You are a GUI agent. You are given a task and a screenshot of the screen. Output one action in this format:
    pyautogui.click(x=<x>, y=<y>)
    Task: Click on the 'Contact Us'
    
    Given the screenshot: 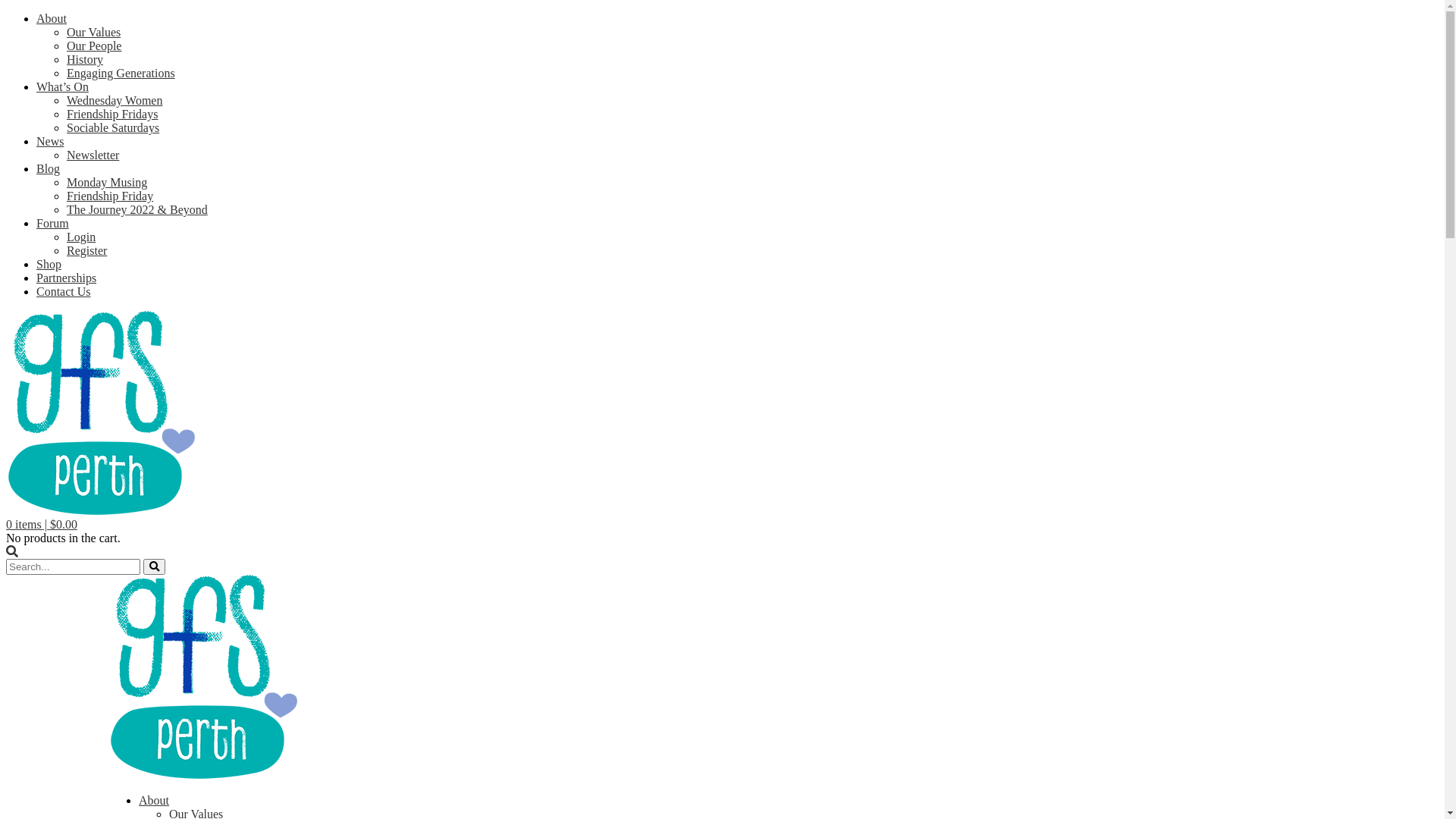 What is the action you would take?
    pyautogui.click(x=36, y=291)
    